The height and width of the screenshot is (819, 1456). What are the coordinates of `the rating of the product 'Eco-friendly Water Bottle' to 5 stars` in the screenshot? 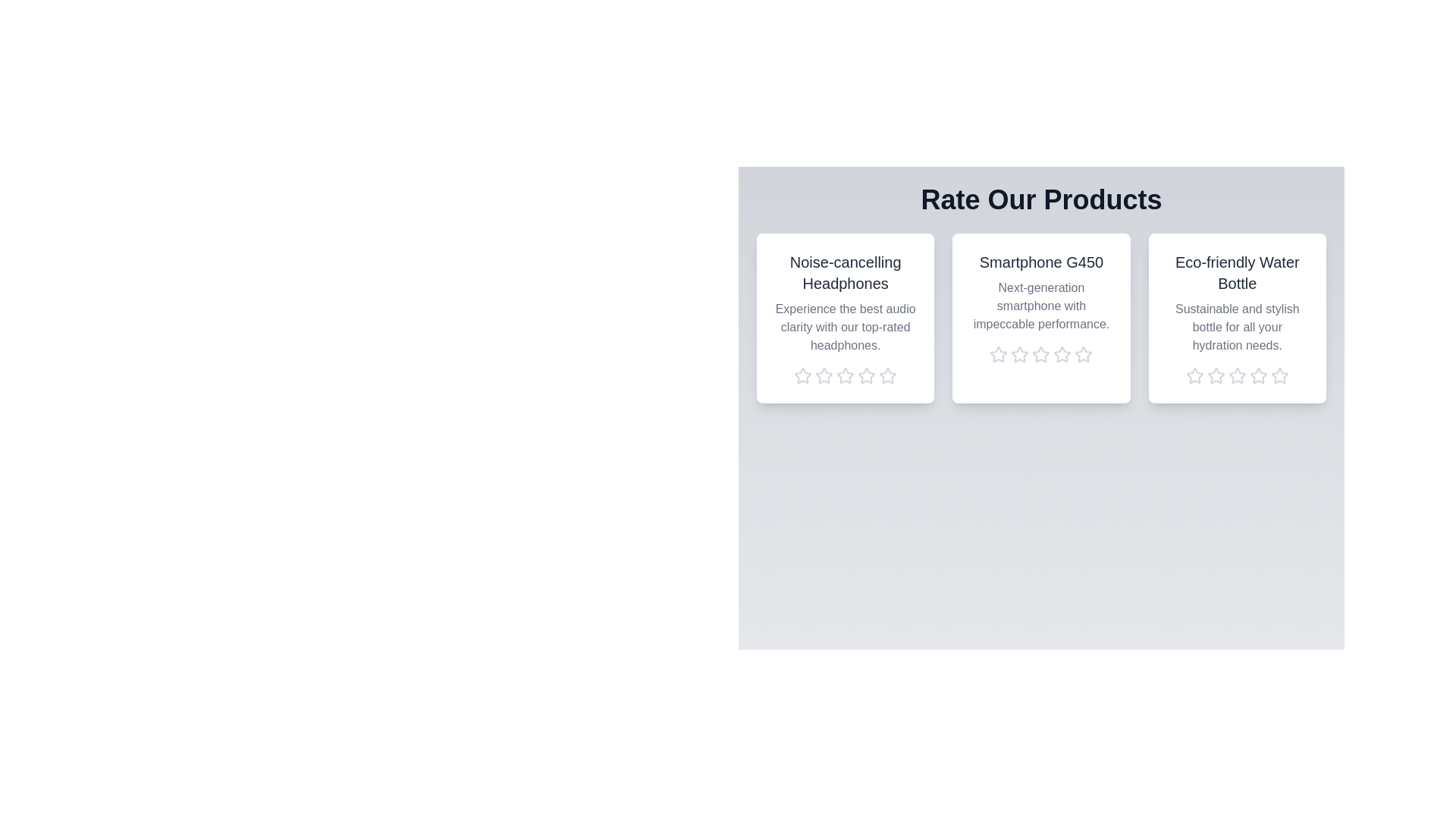 It's located at (1278, 375).